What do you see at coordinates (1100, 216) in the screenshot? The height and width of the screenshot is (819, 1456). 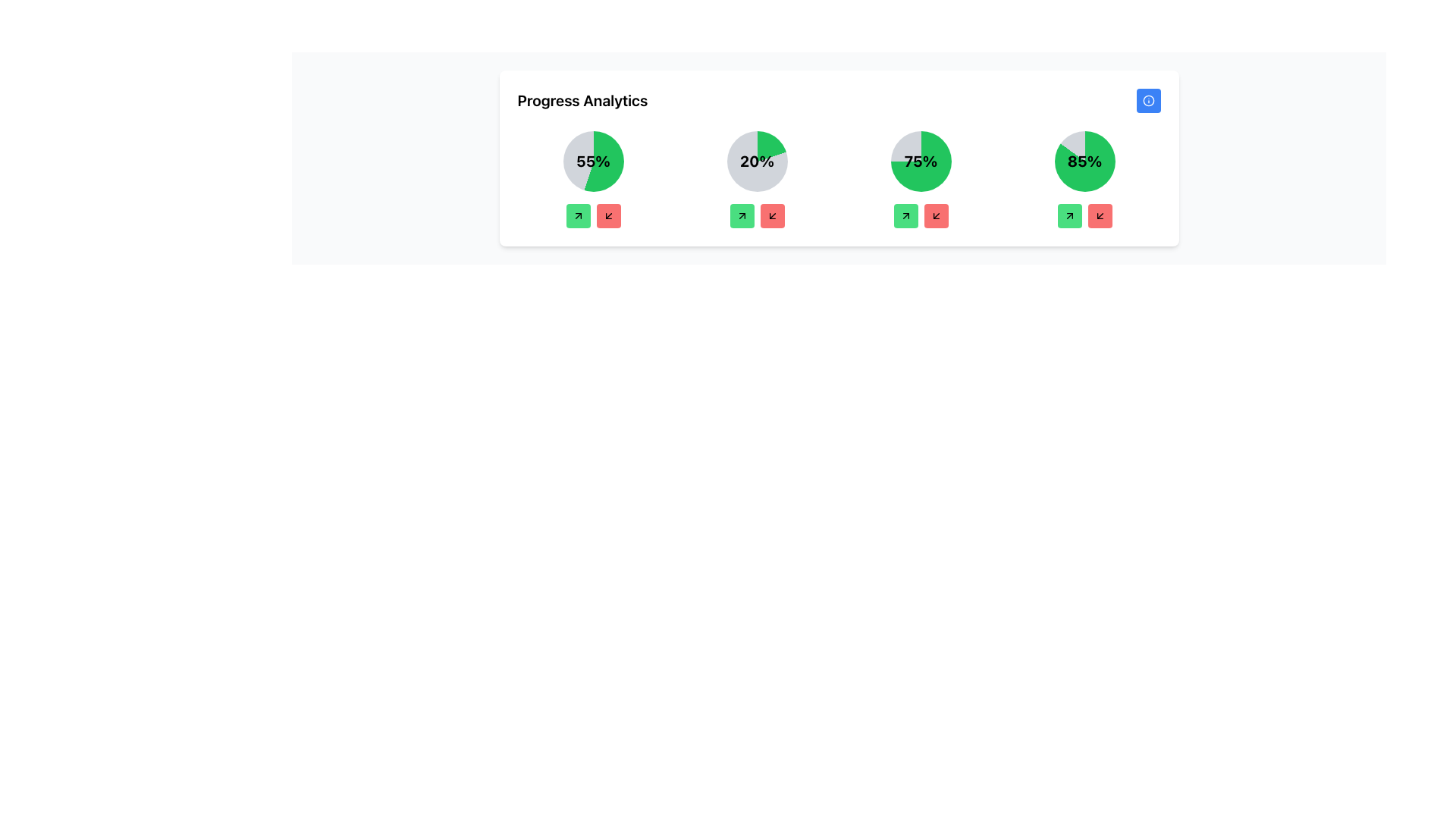 I see `on the red square button with rounded corners and a down-left arrow icon, located at the bottom of the fourth progress analytics gauge (85%)` at bounding box center [1100, 216].